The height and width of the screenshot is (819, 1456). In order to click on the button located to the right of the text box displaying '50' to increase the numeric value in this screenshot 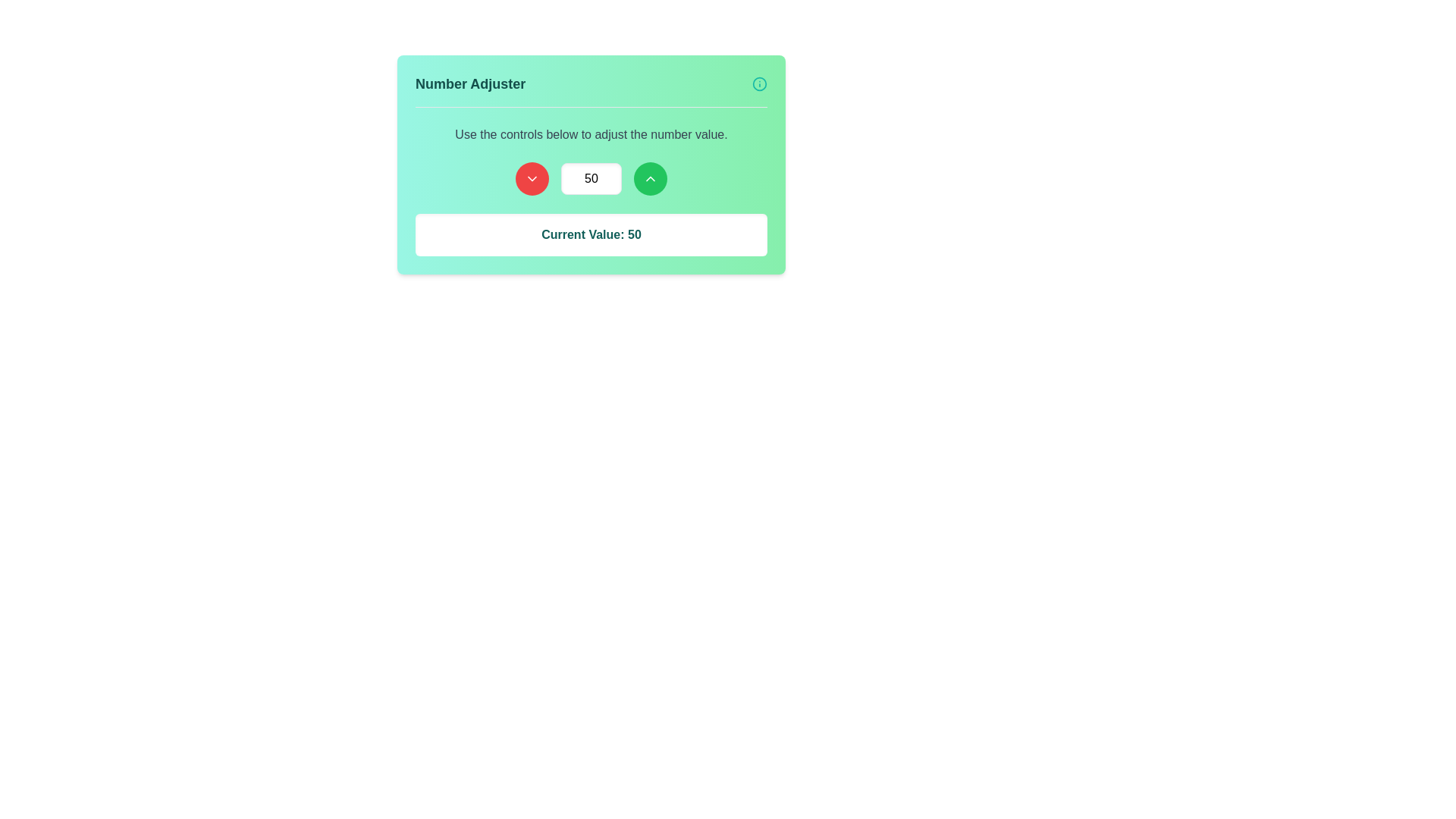, I will do `click(651, 177)`.